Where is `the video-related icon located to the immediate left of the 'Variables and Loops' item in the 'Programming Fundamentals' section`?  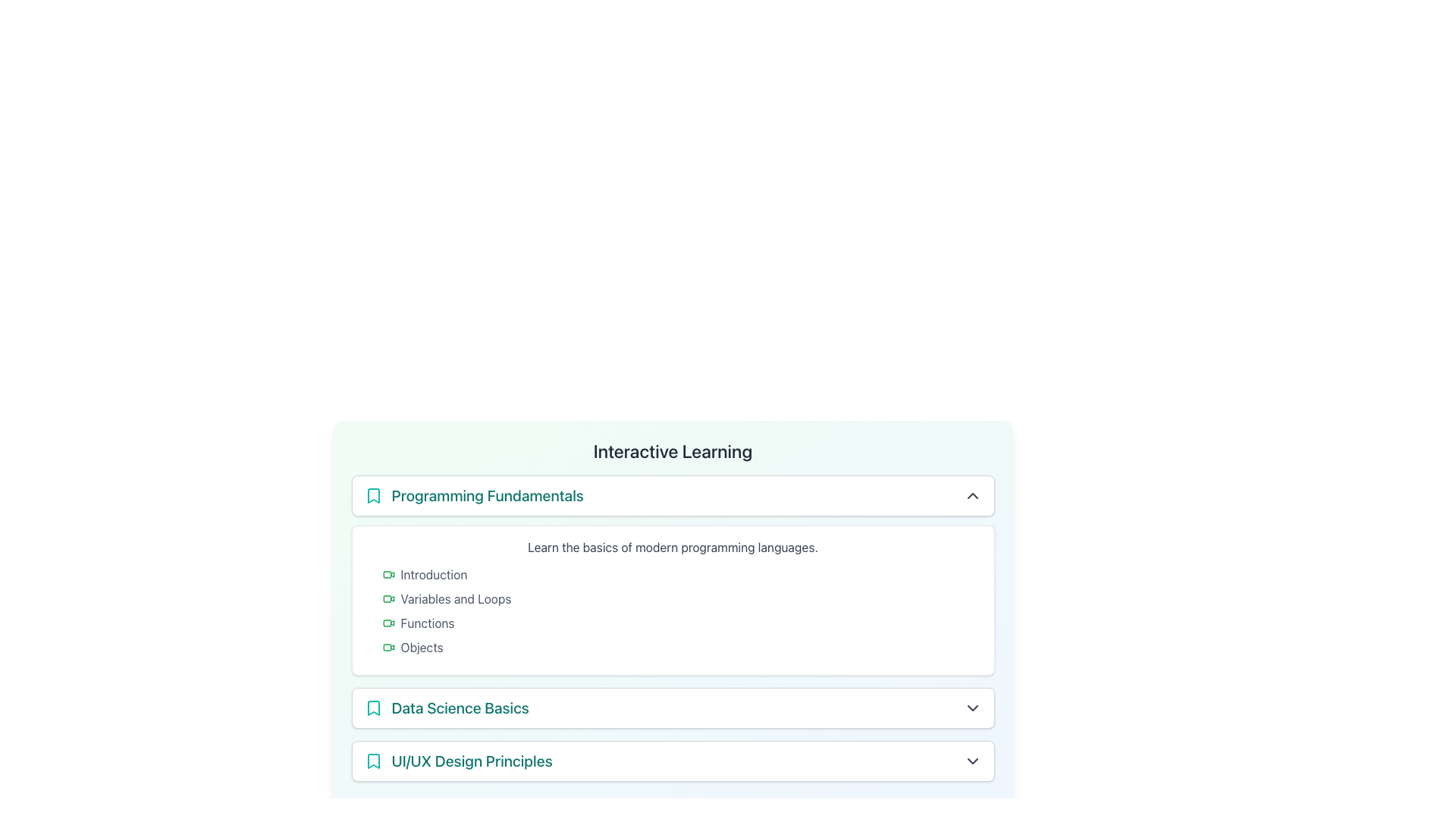
the video-related icon located to the immediate left of the 'Variables and Loops' item in the 'Programming Fundamentals' section is located at coordinates (388, 598).